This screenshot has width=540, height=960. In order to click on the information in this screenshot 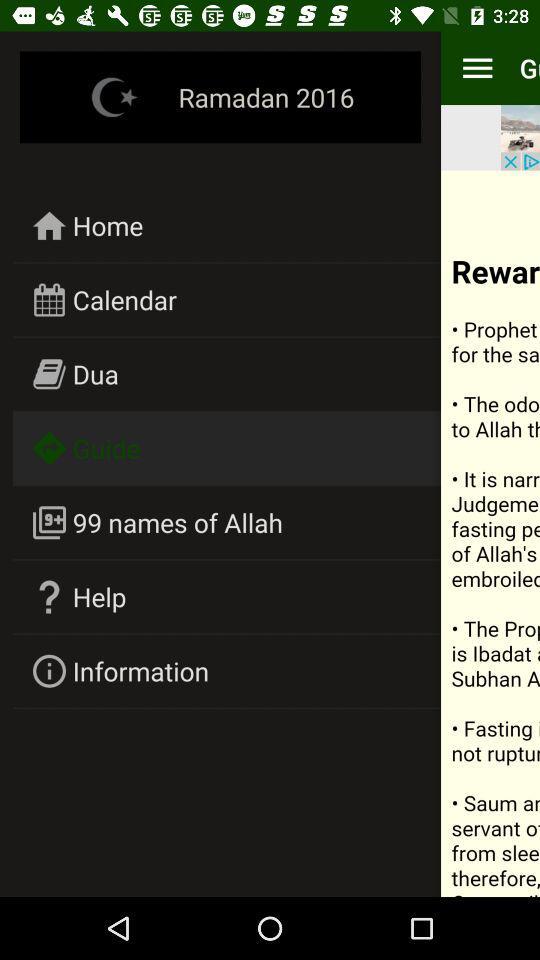, I will do `click(139, 671)`.